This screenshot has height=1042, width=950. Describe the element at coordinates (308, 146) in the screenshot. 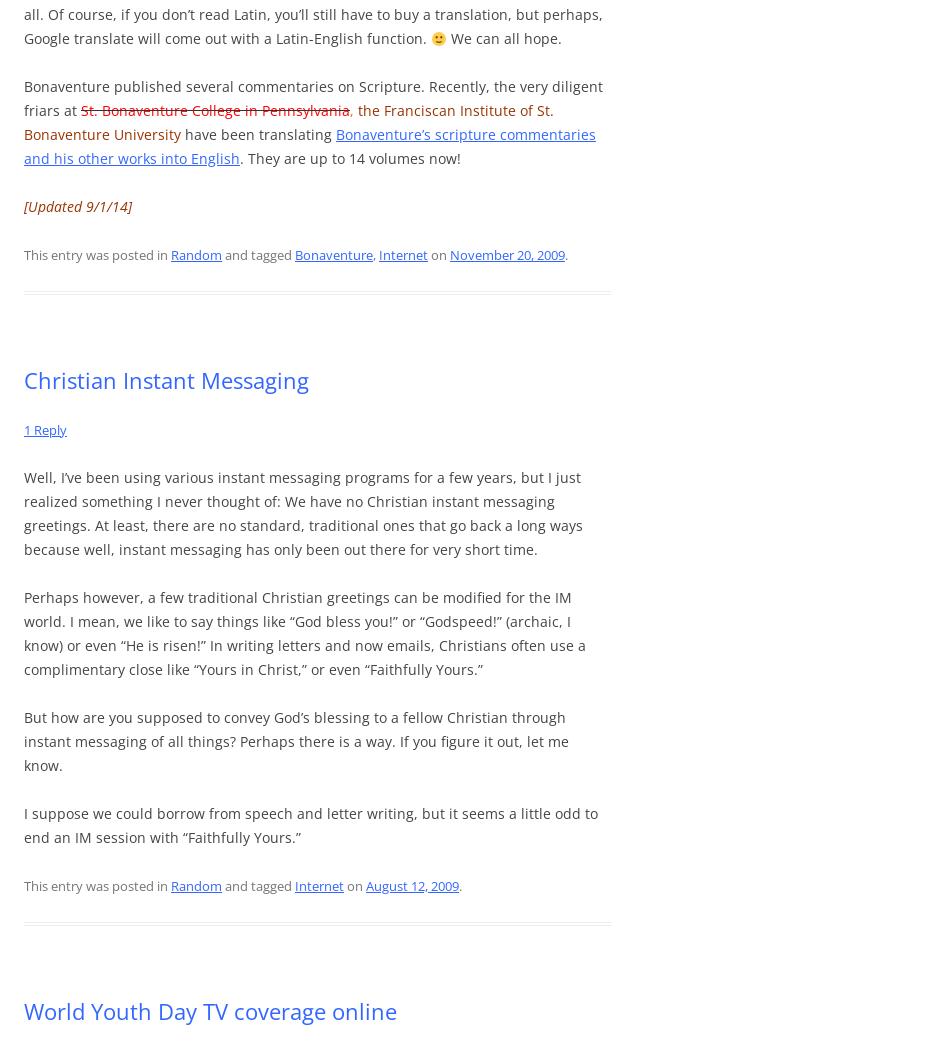

I see `'Bonaventure’s scripture commentaries and his other works into English'` at that location.